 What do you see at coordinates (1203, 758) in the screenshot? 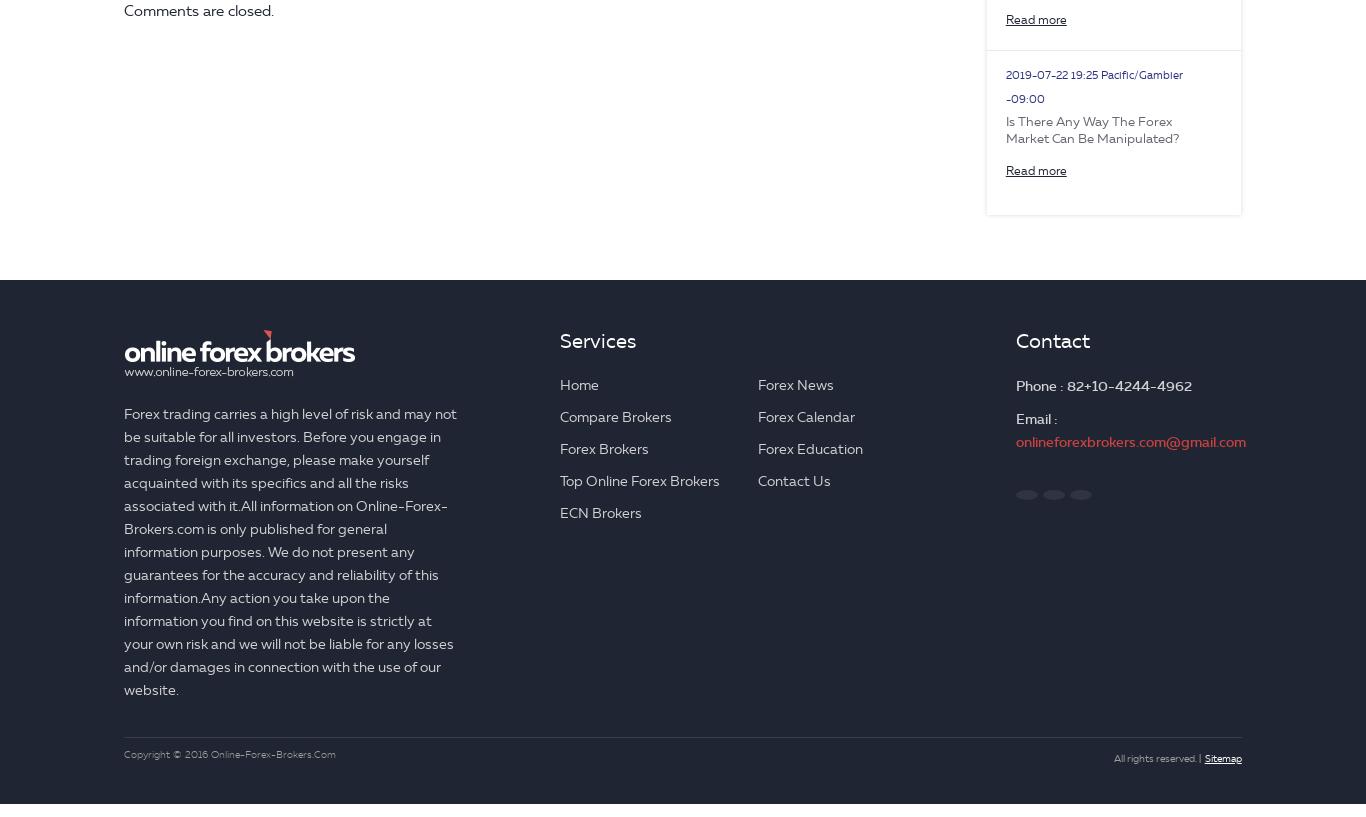
I see `'Sitemap'` at bounding box center [1203, 758].